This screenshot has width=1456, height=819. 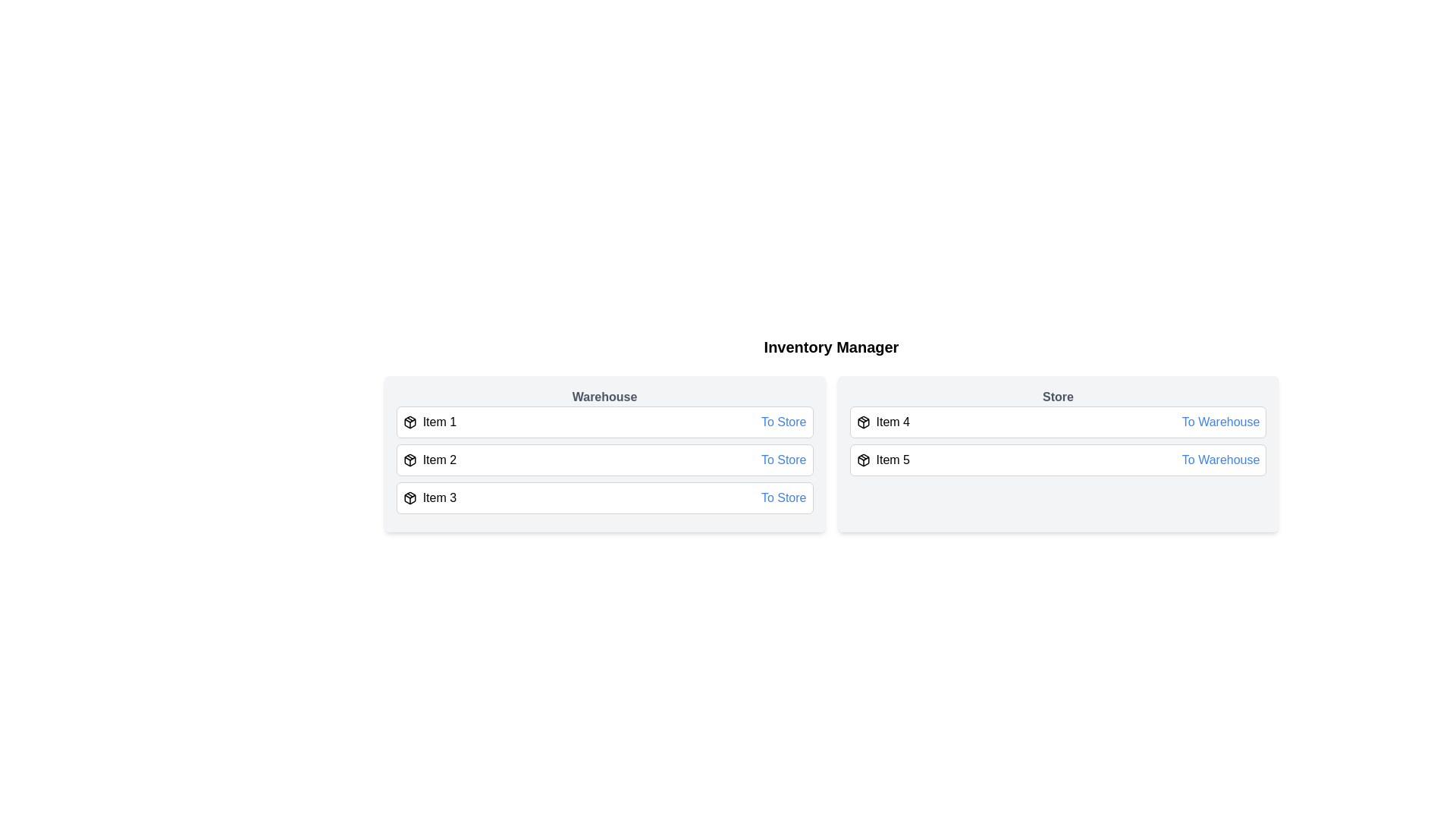 I want to click on the button to transfer Item 3 from Warehouse to <destination>, so click(x=783, y=497).